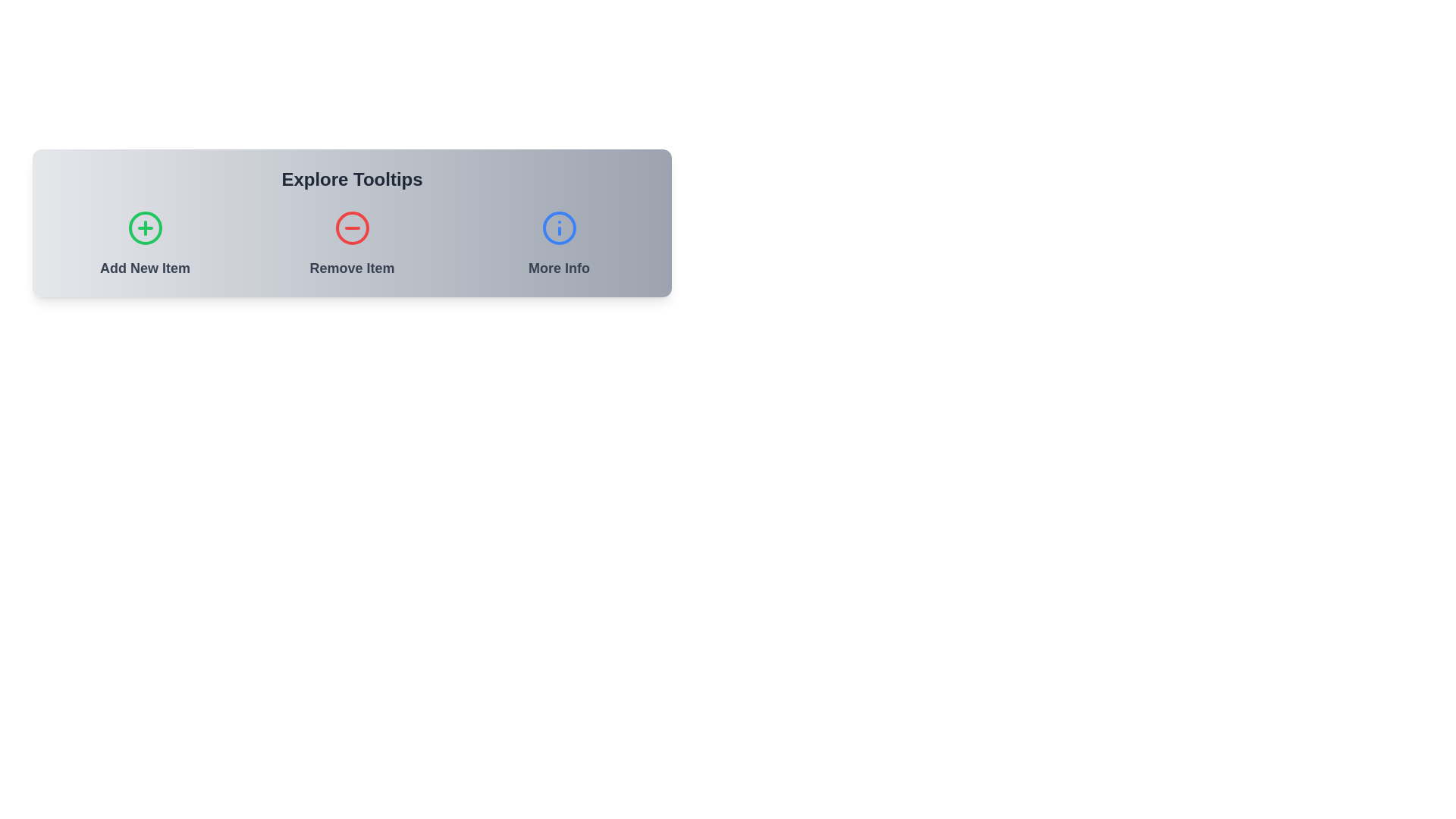  What do you see at coordinates (351, 243) in the screenshot?
I see `the 'Remove Item' button, which is a circular icon with a horizontal line above the text, located centrally between 'Add New Item' and 'More Info'` at bounding box center [351, 243].